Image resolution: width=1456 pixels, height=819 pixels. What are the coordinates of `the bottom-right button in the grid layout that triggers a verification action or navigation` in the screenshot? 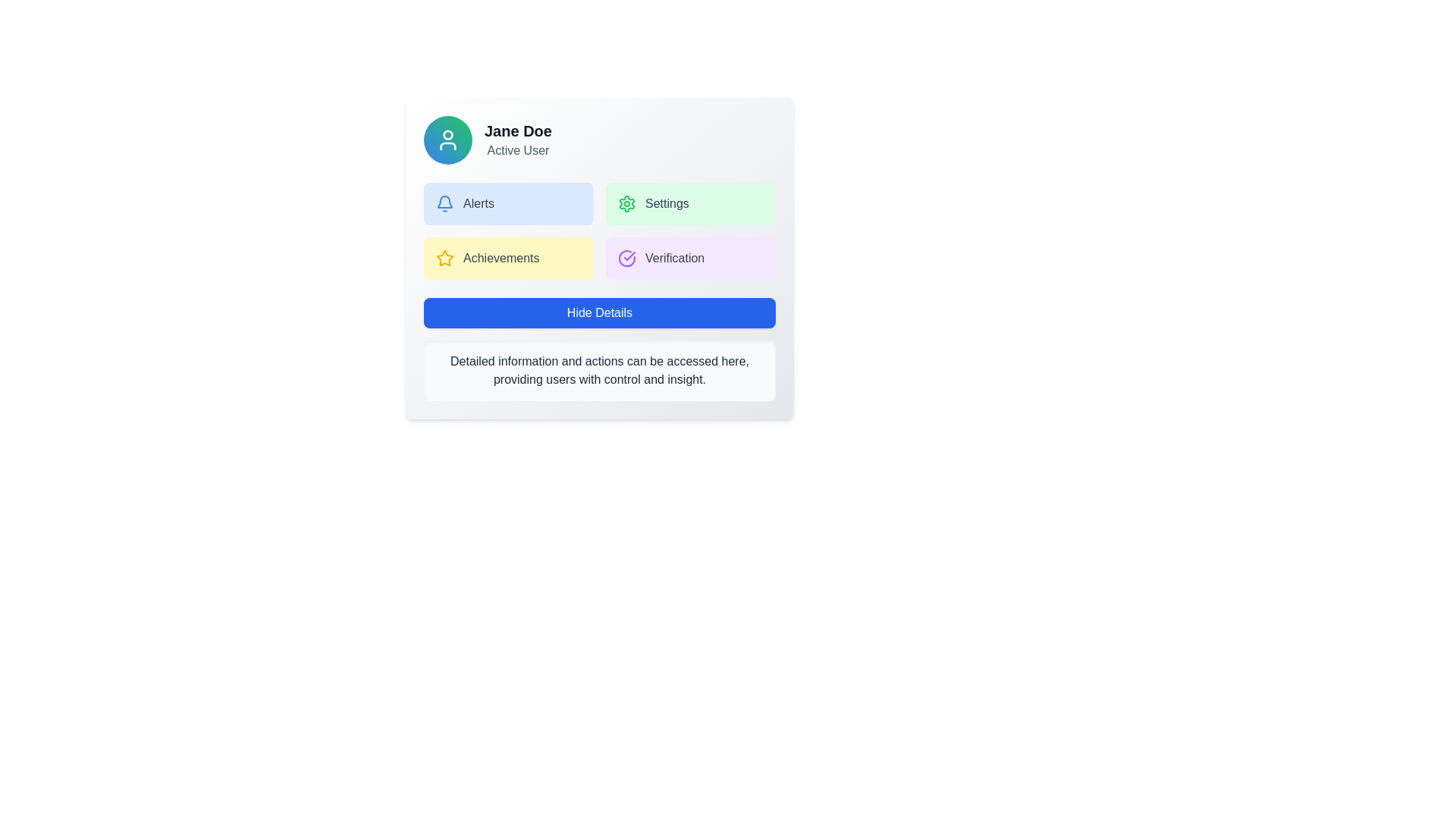 It's located at (690, 257).